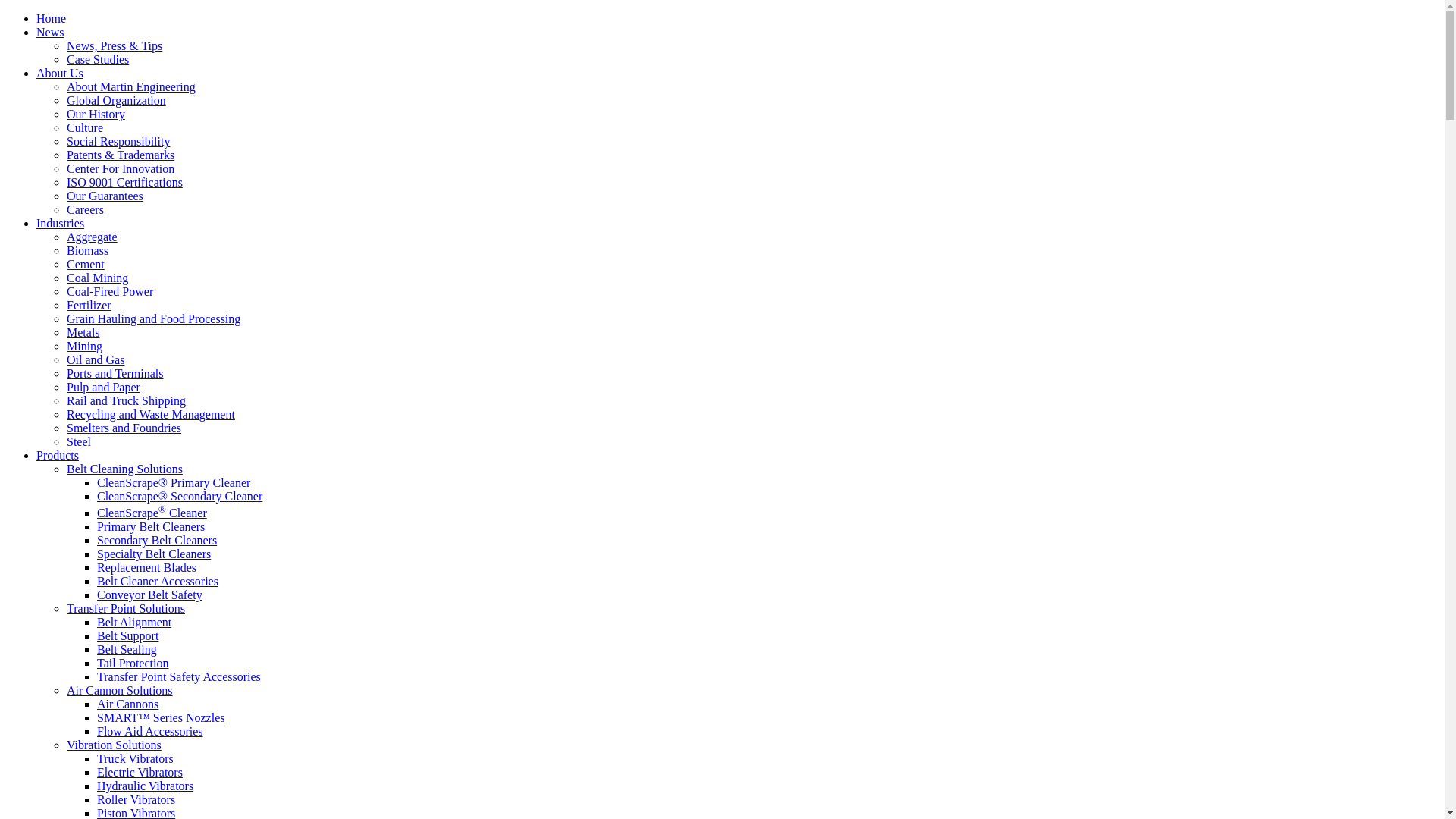 The height and width of the screenshot is (819, 1456). What do you see at coordinates (140, 772) in the screenshot?
I see `'Electric Vibrators'` at bounding box center [140, 772].